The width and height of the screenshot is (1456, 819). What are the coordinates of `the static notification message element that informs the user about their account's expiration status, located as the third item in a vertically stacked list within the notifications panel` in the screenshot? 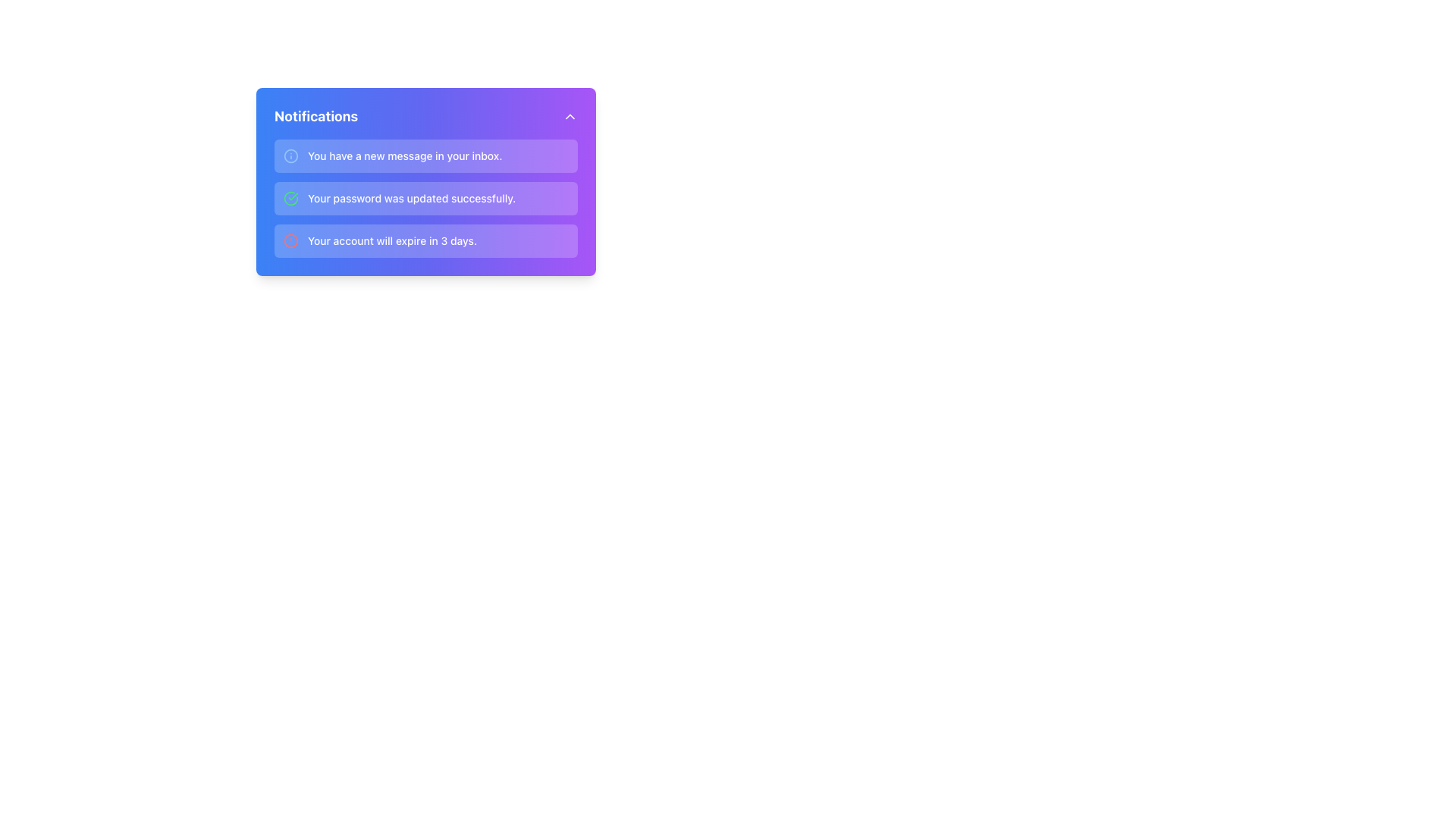 It's located at (392, 240).